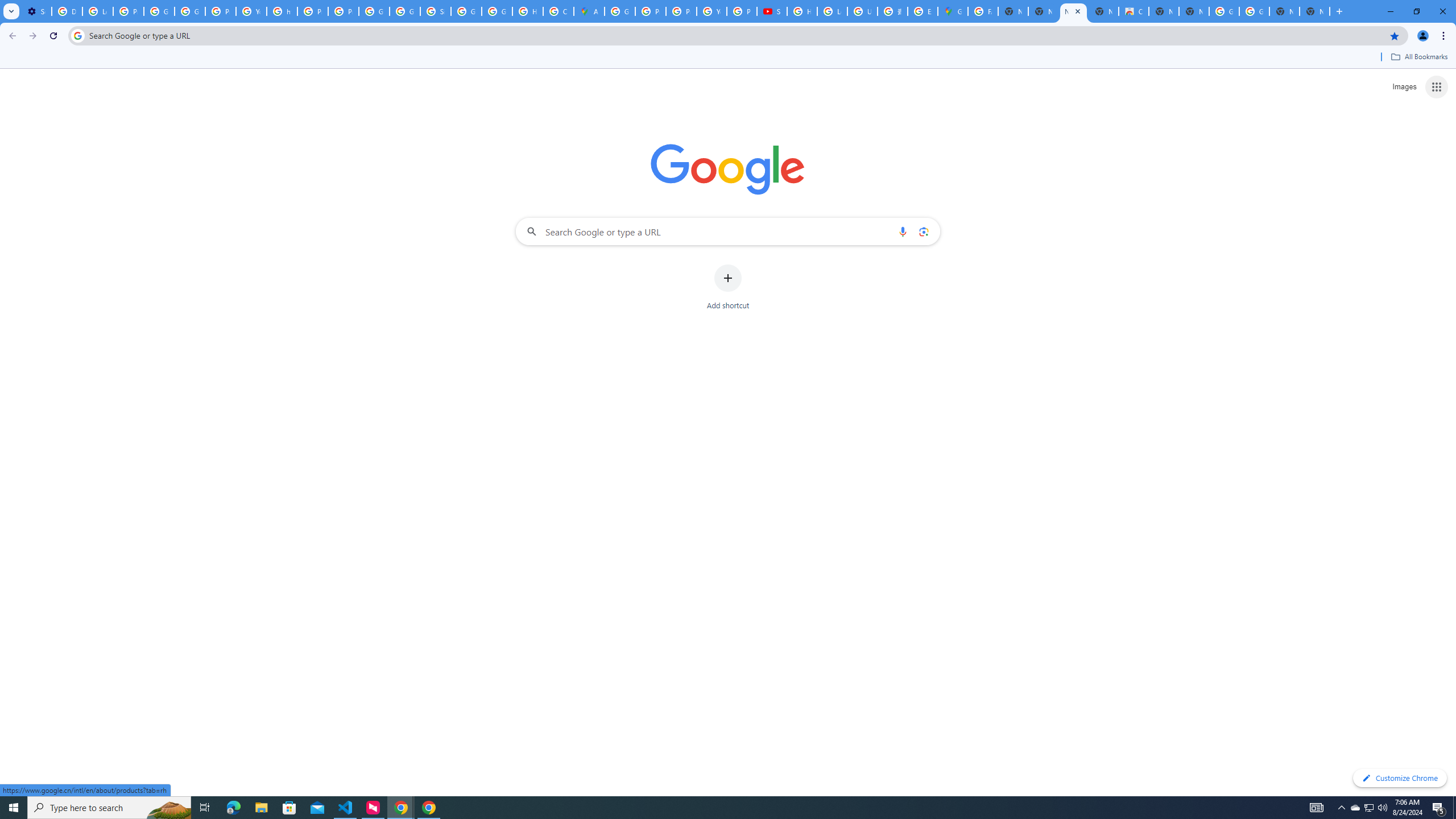 The width and height of the screenshot is (1456, 819). What do you see at coordinates (1314, 11) in the screenshot?
I see `'New Tab'` at bounding box center [1314, 11].